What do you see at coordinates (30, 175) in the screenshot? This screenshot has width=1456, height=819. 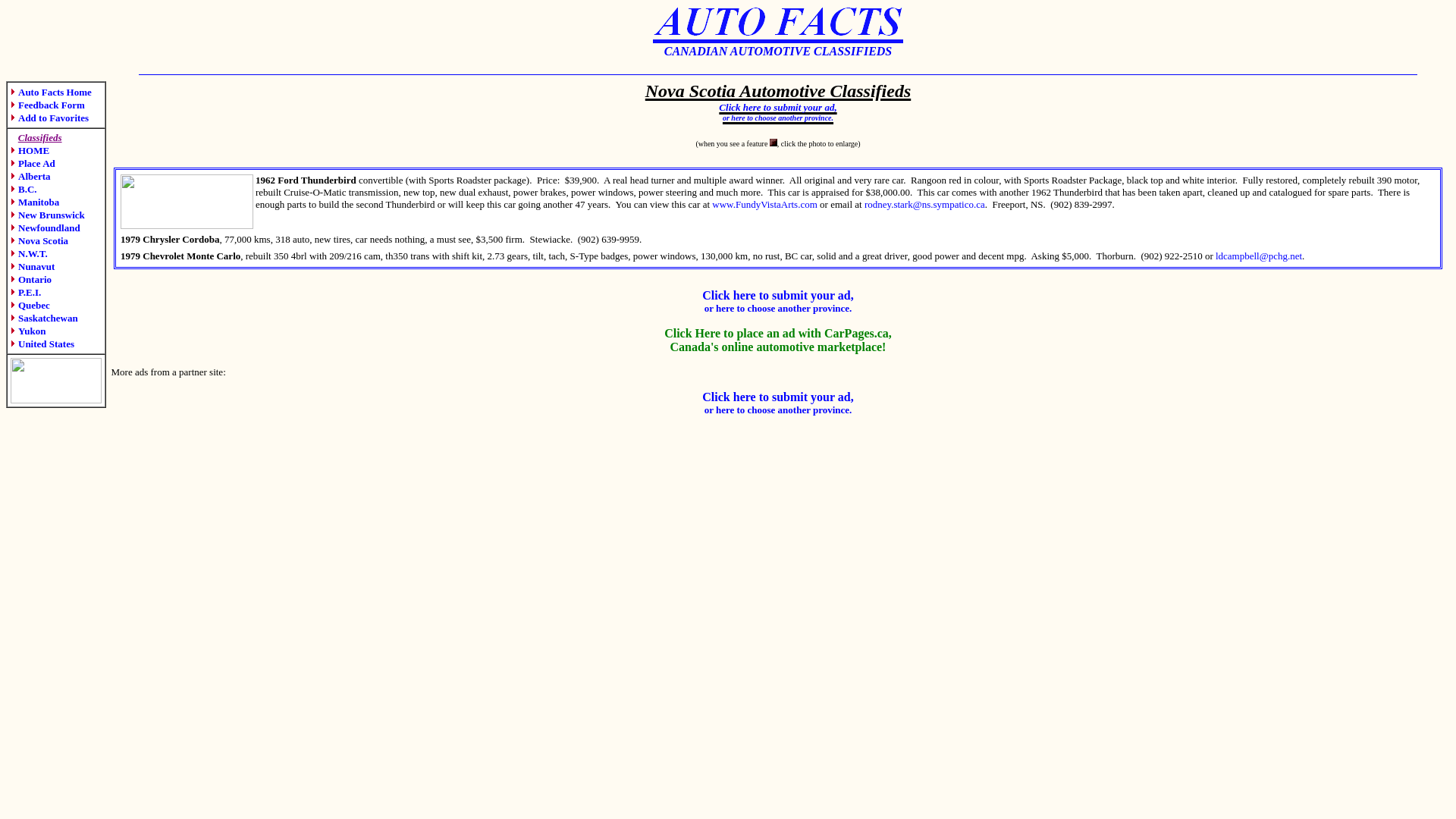 I see `'Alberta'` at bounding box center [30, 175].